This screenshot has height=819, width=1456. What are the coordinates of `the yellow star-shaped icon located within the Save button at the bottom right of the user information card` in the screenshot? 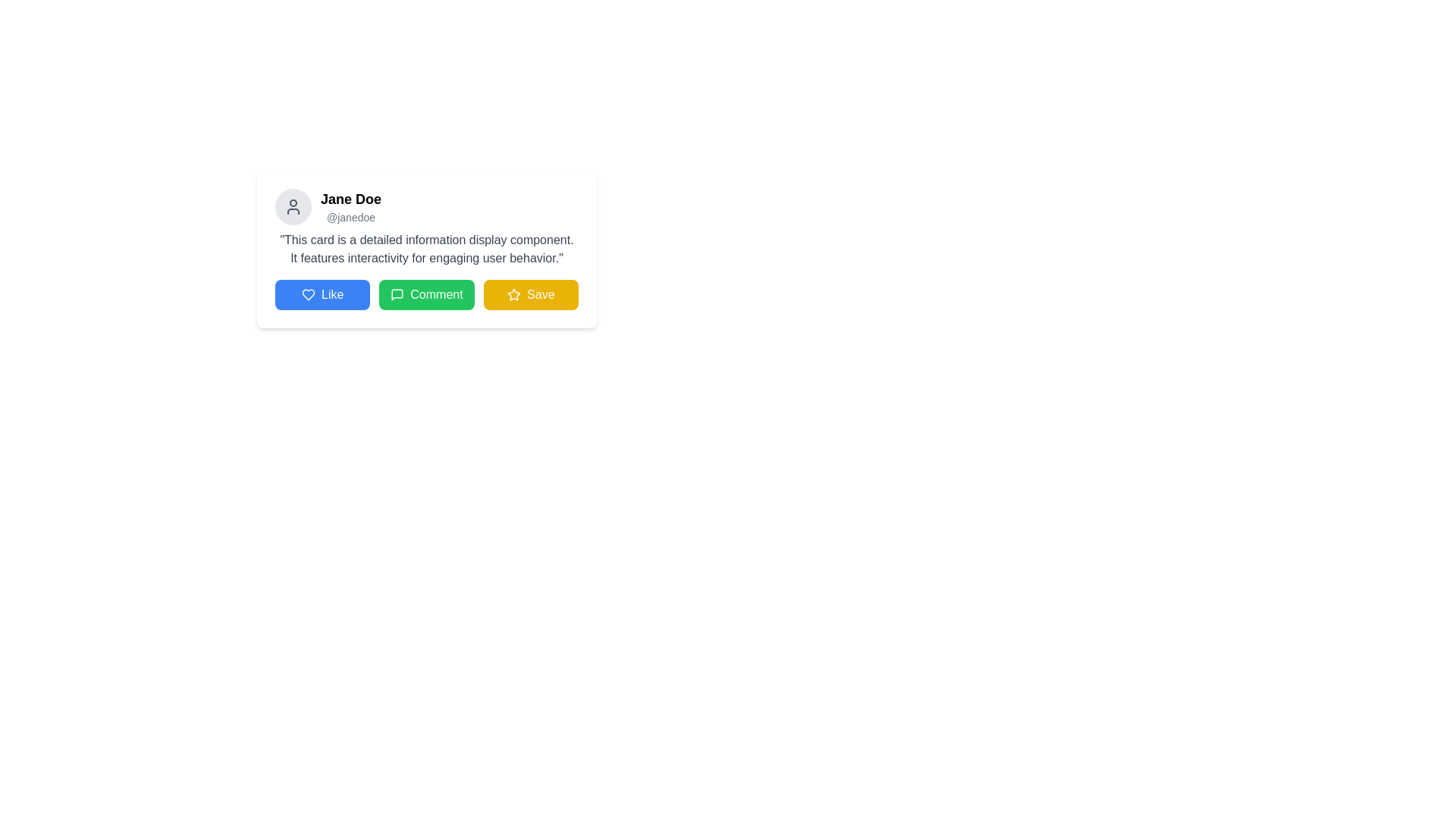 It's located at (514, 294).